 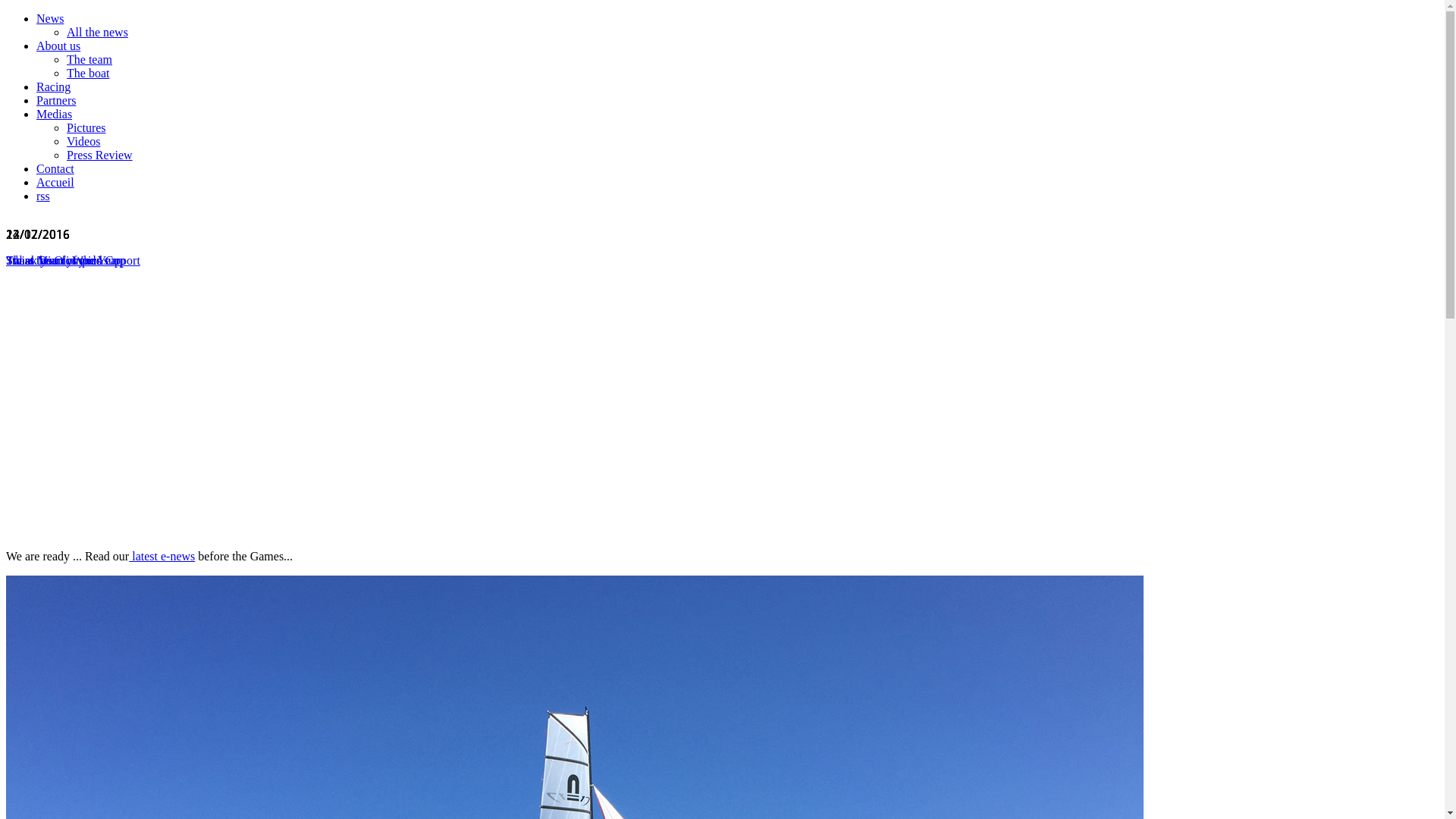 What do you see at coordinates (83, 141) in the screenshot?
I see `'Videos'` at bounding box center [83, 141].